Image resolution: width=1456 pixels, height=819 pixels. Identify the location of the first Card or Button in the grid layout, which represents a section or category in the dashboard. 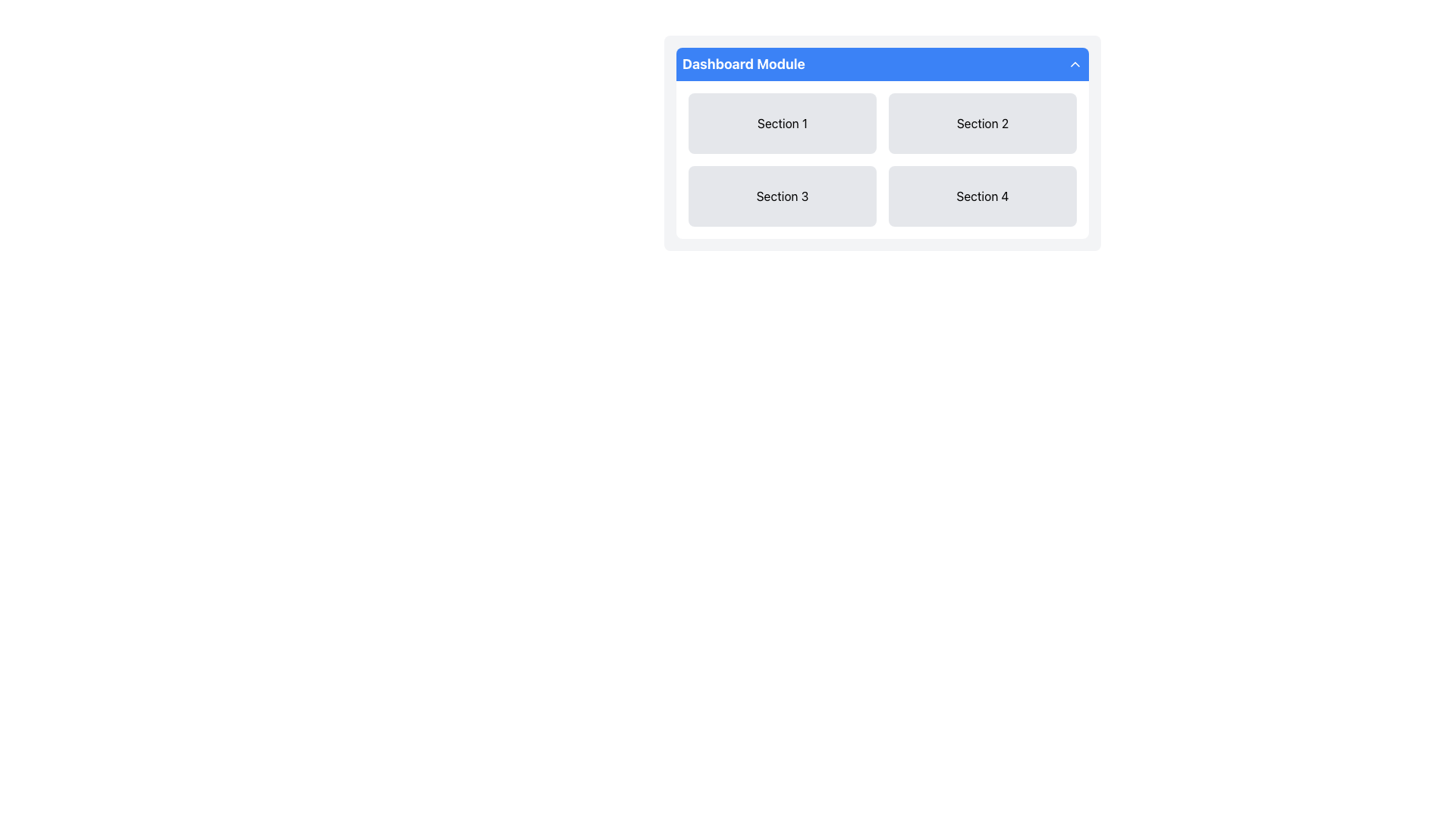
(783, 122).